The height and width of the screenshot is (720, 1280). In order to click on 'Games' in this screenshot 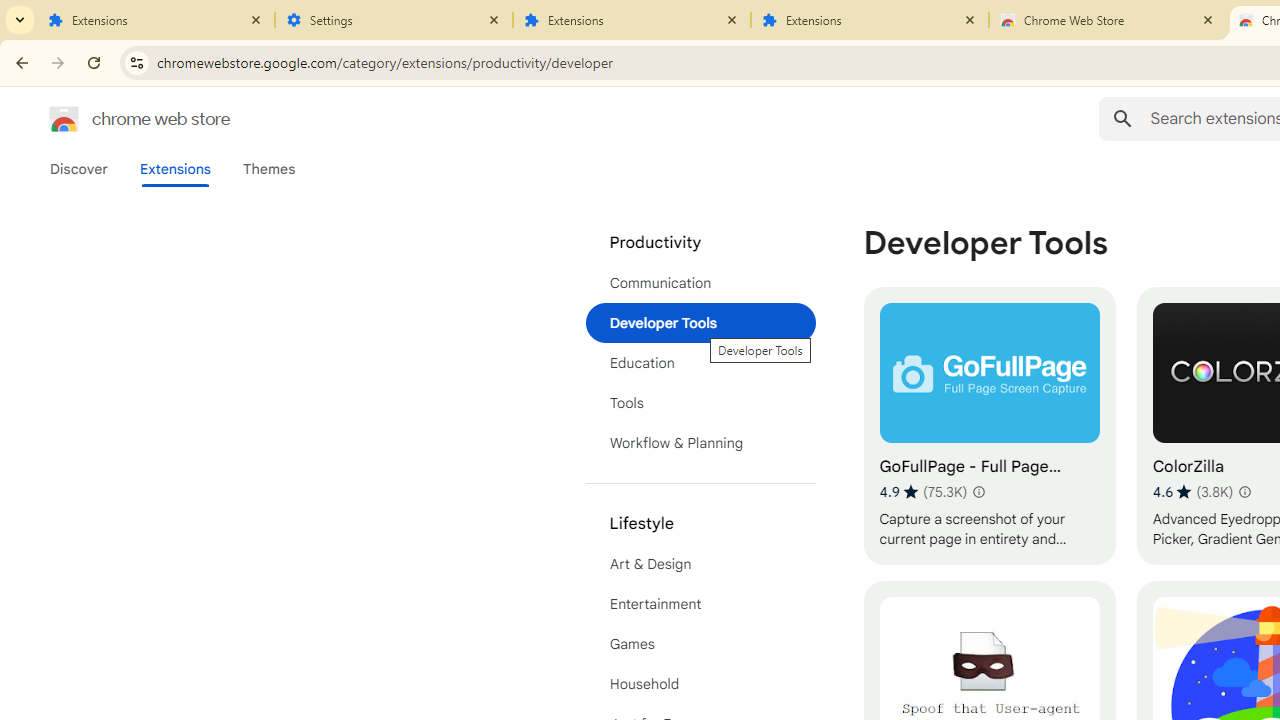, I will do `click(700, 644)`.